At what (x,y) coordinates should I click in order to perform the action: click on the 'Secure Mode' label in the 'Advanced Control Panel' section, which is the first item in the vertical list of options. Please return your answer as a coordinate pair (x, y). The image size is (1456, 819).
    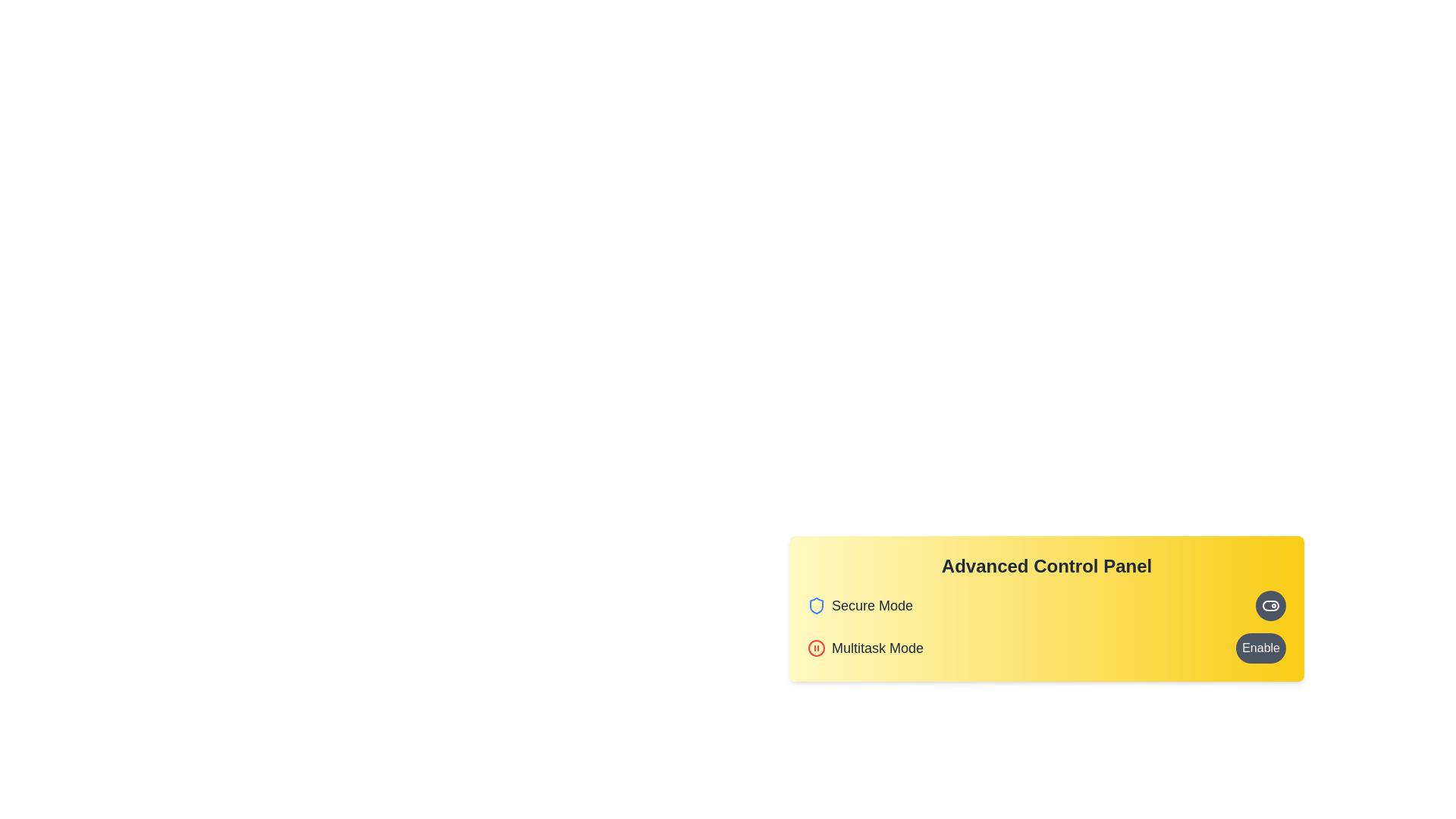
    Looking at the image, I should click on (860, 604).